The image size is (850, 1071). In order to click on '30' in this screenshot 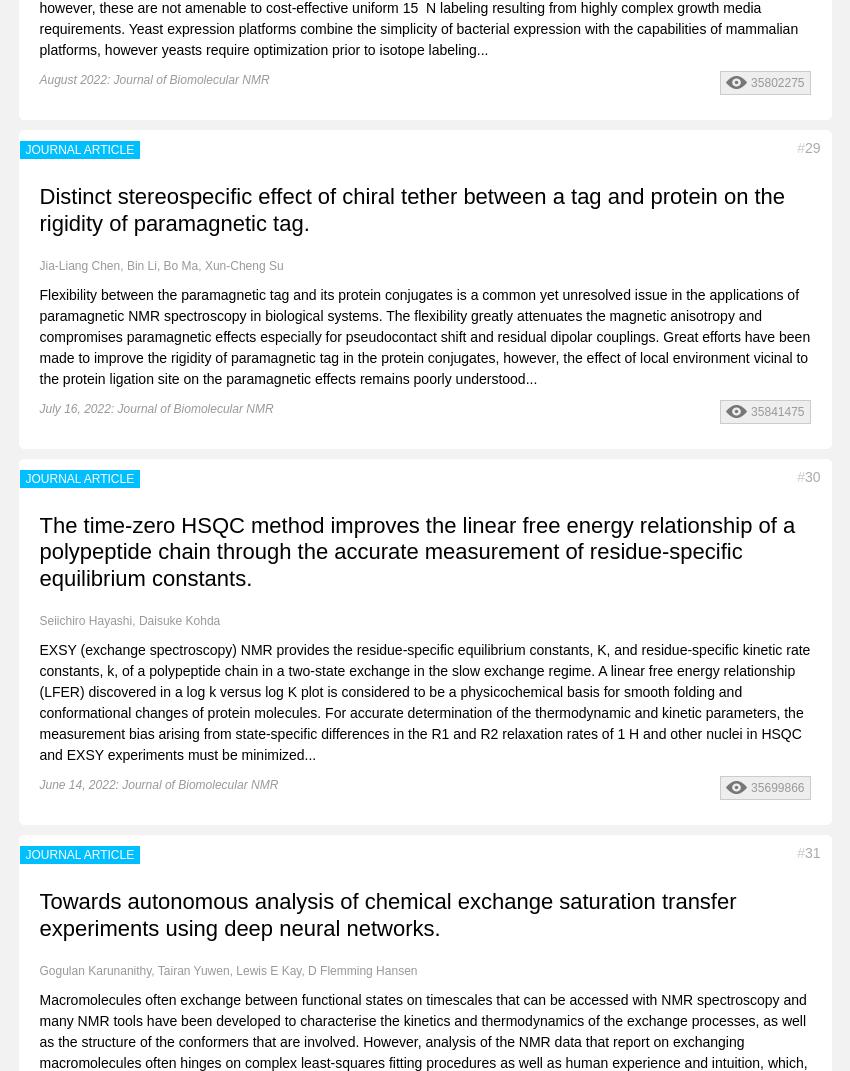, I will do `click(803, 476)`.